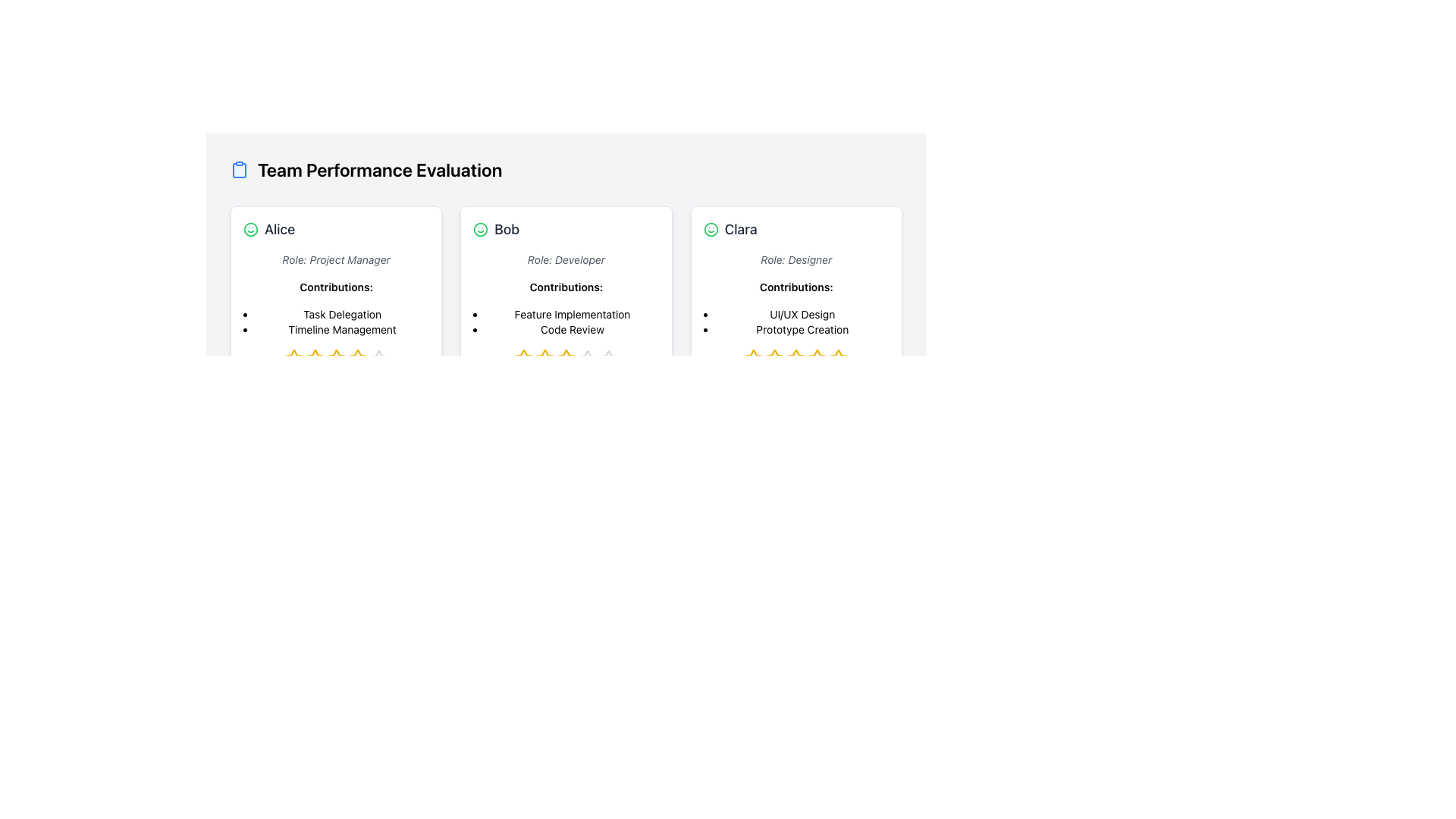 This screenshot has width=1456, height=819. Describe the element at coordinates (335, 259) in the screenshot. I see `the text label in italics, styled with a smaller font size and gray color, located beneath the name 'Alice' and above 'Contributions:' in the middle of the first card` at that location.